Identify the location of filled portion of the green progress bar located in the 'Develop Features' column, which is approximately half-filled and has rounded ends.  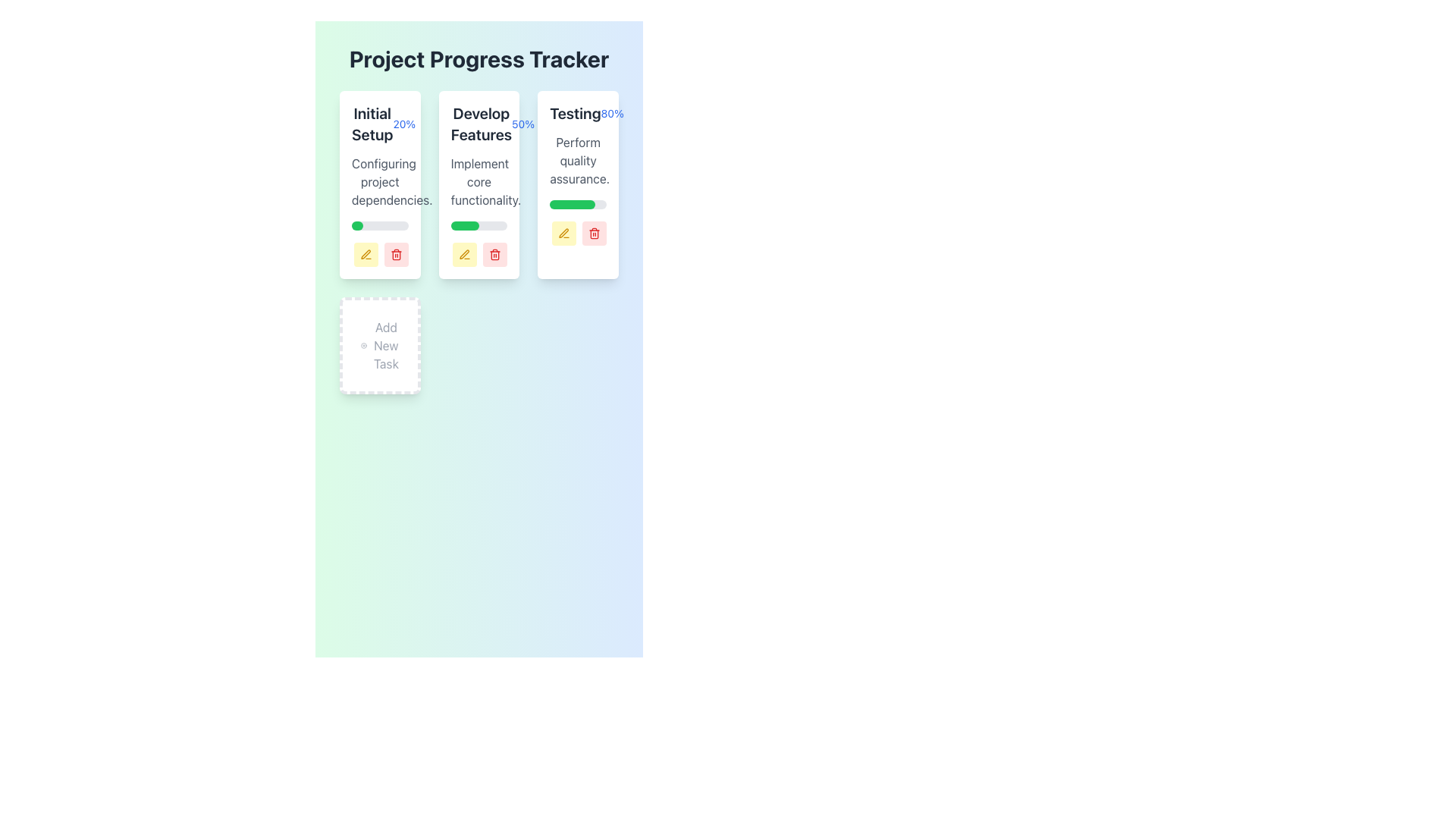
(464, 225).